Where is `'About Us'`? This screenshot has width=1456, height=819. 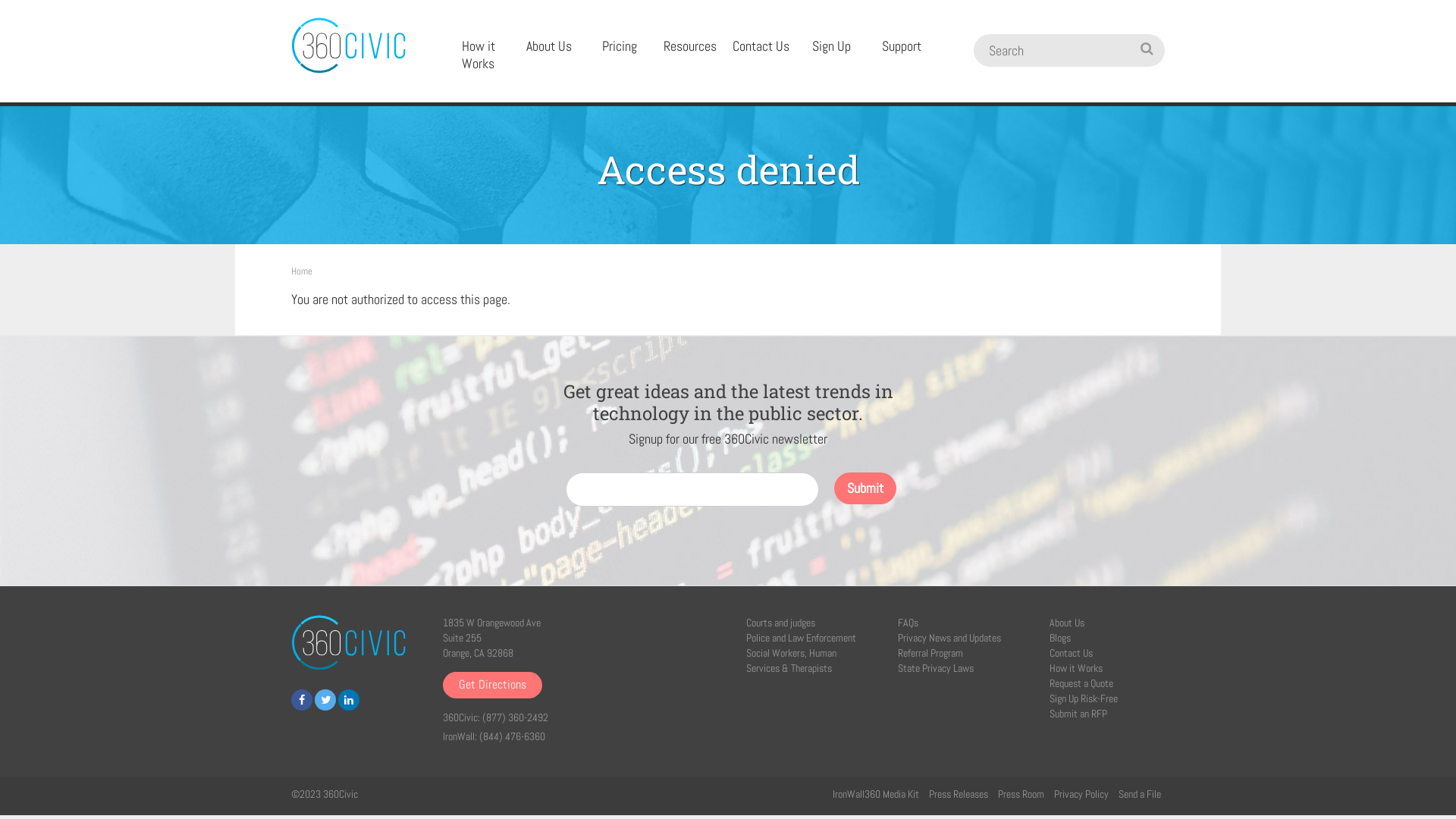
'About Us' is located at coordinates (548, 45).